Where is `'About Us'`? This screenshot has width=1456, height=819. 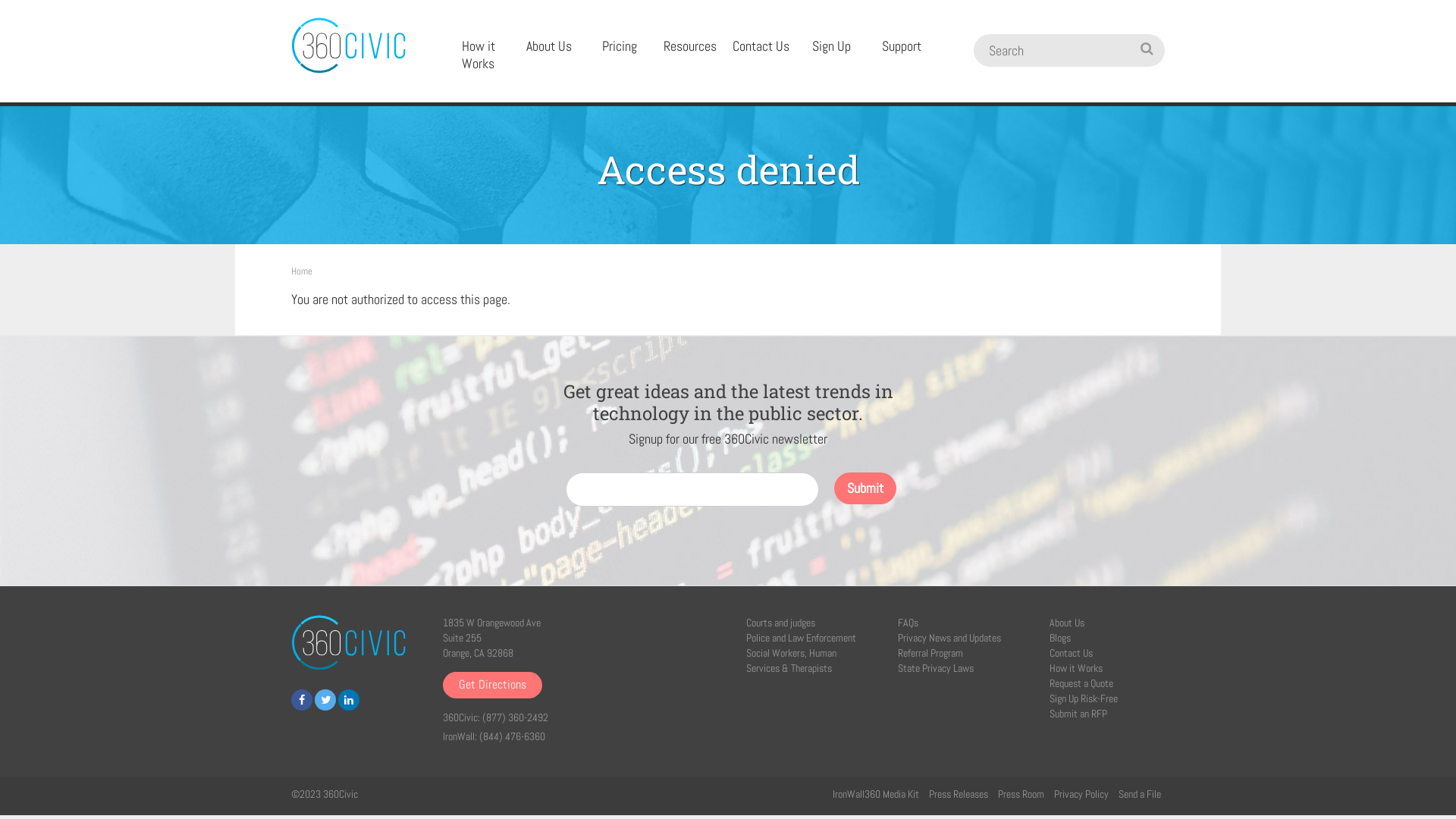
'About Us' is located at coordinates (548, 45).